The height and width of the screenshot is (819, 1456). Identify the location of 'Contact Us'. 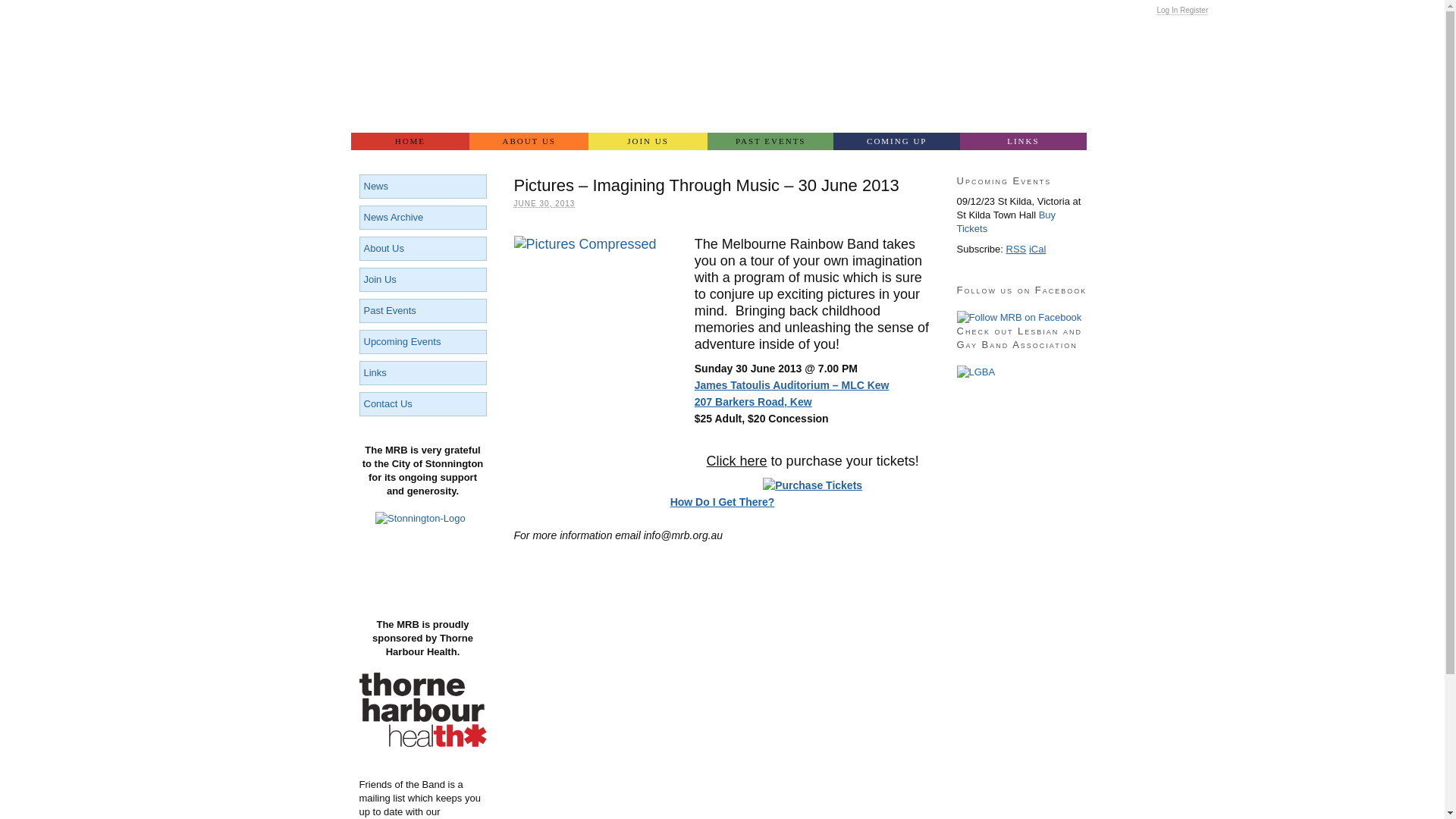
(388, 403).